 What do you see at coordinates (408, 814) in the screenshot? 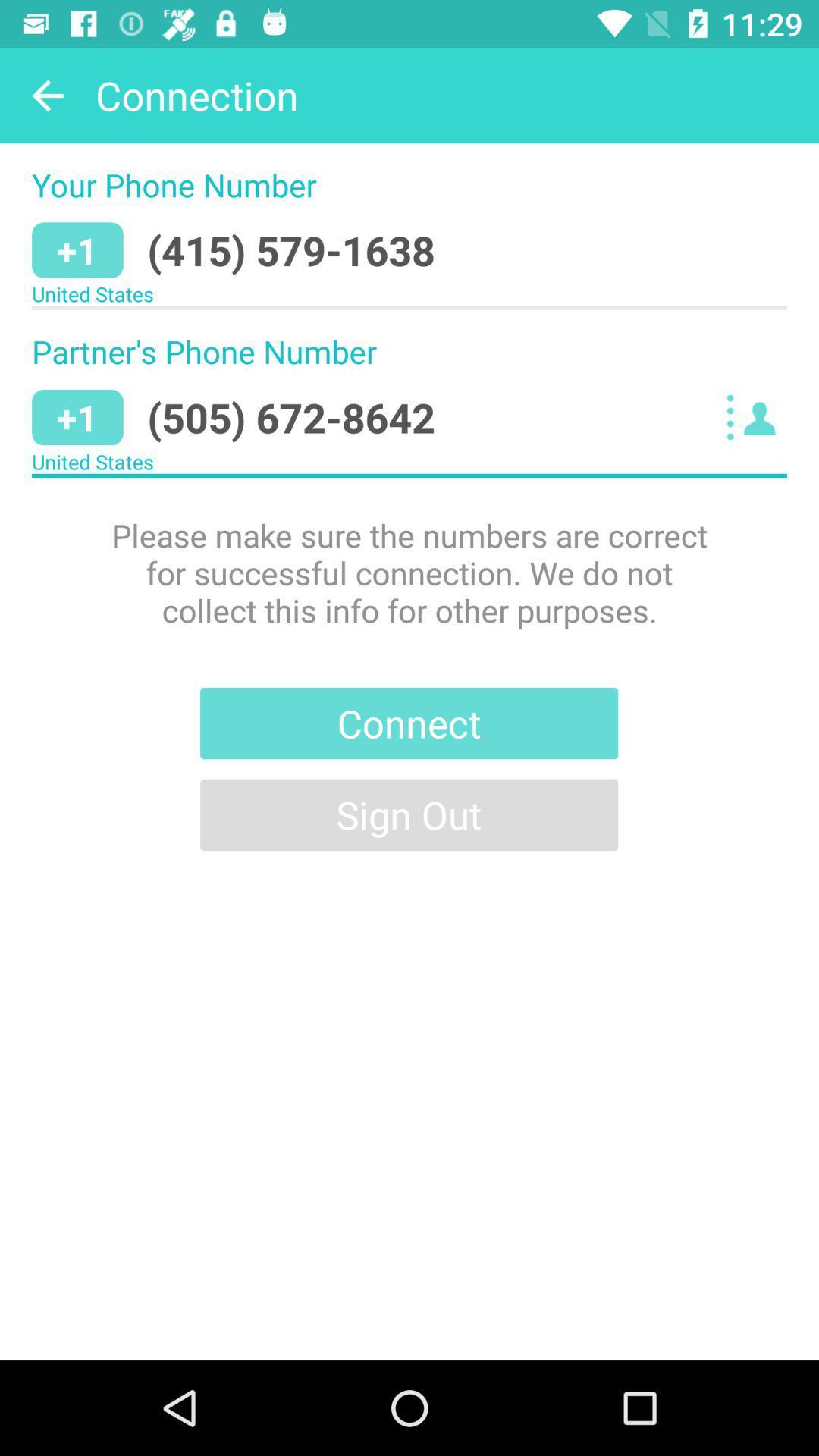
I see `sign out` at bounding box center [408, 814].